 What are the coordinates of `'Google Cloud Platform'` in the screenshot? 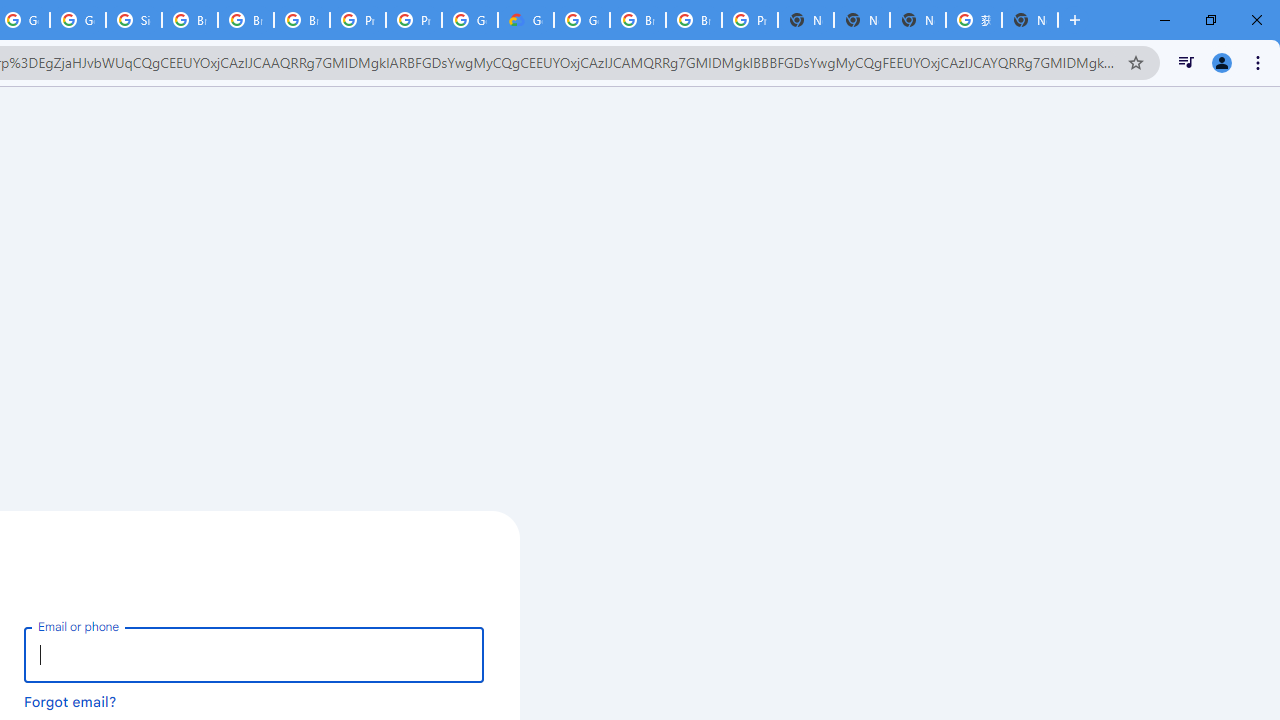 It's located at (581, 20).